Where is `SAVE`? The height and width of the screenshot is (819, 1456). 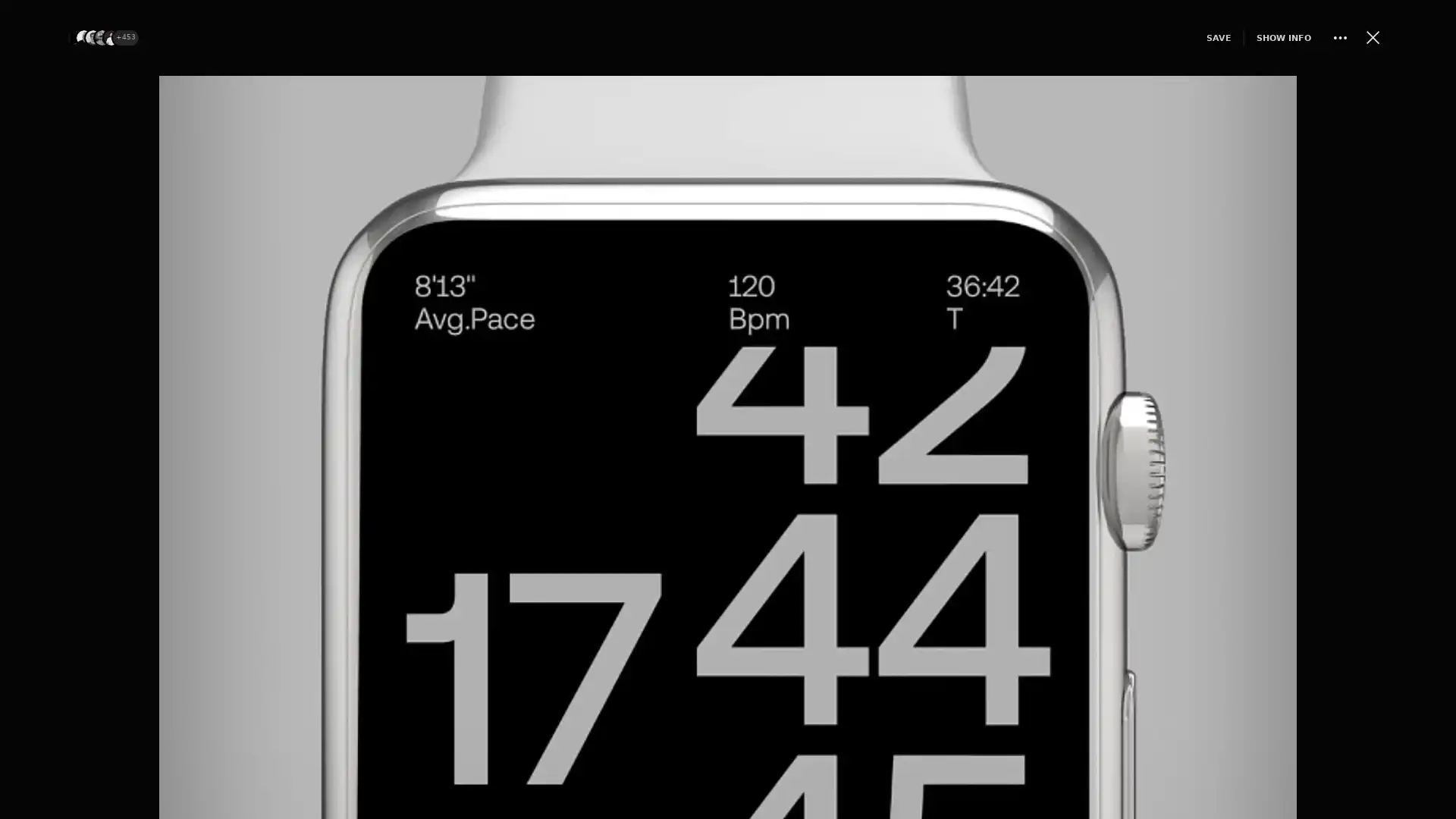 SAVE is located at coordinates (1208, 36).